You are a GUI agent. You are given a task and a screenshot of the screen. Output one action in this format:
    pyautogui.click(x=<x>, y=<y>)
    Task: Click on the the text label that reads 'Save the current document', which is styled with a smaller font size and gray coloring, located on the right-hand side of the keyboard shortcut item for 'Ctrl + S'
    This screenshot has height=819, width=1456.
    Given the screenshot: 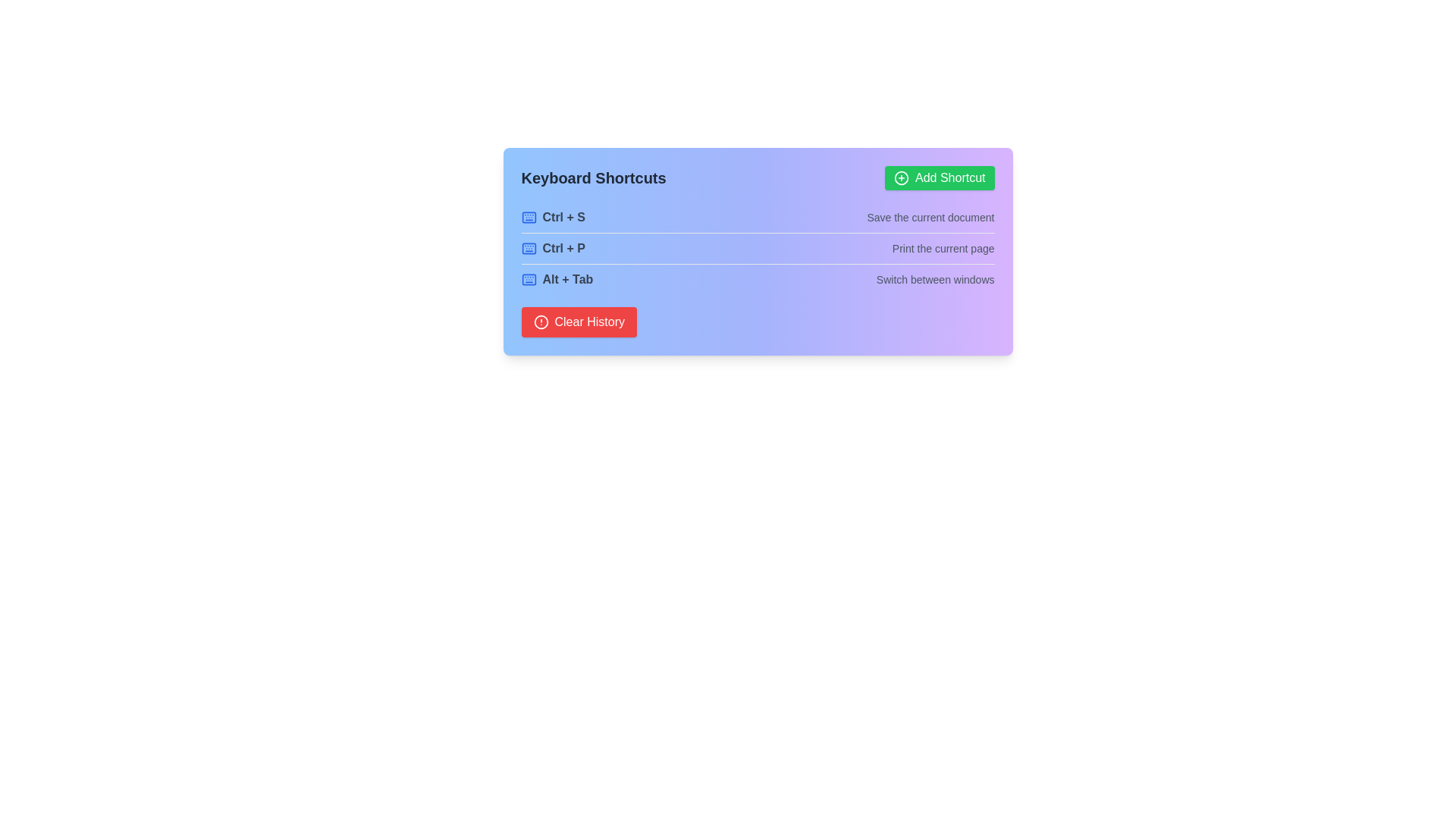 What is the action you would take?
    pyautogui.click(x=930, y=217)
    